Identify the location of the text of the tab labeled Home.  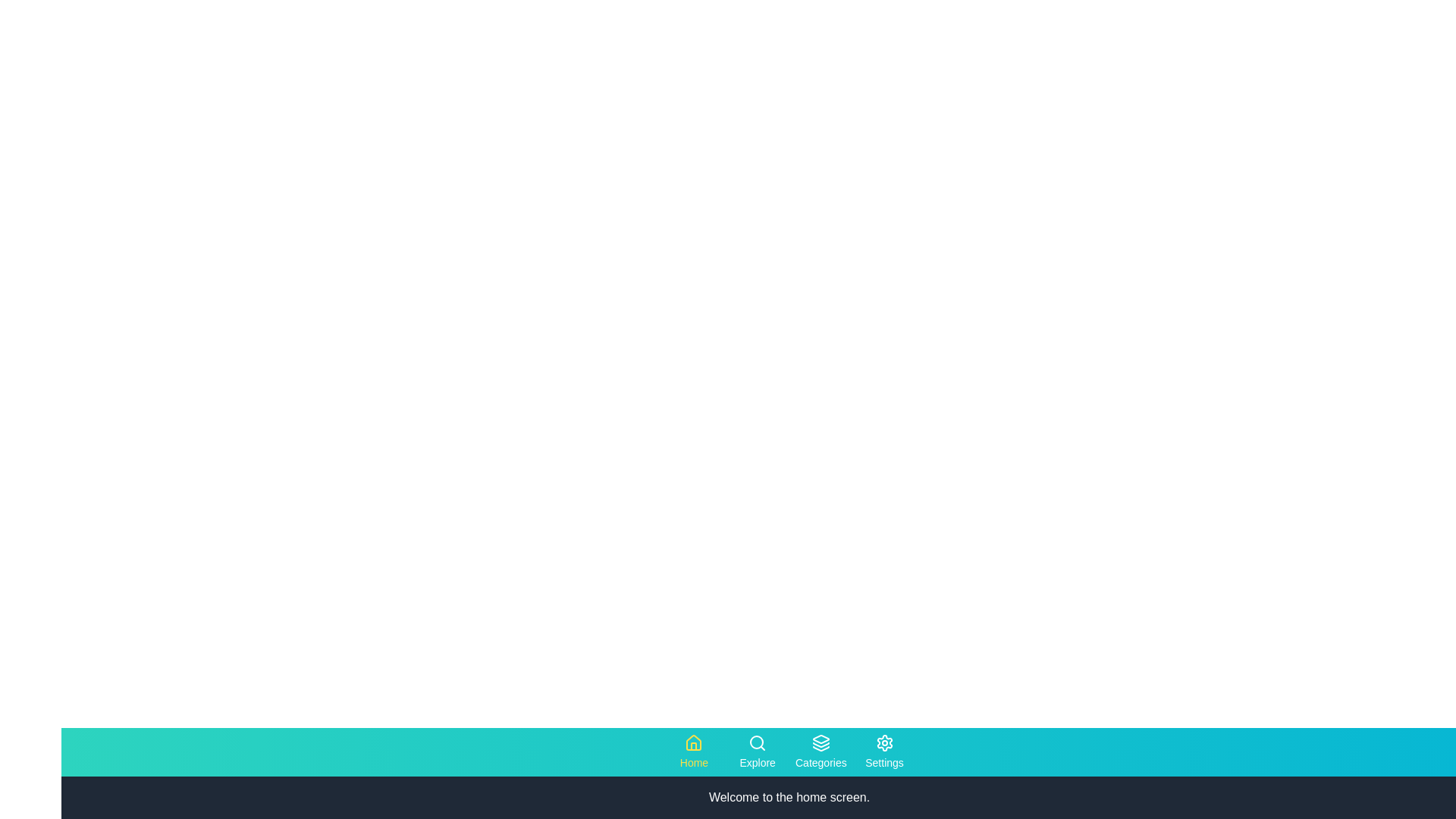
(693, 752).